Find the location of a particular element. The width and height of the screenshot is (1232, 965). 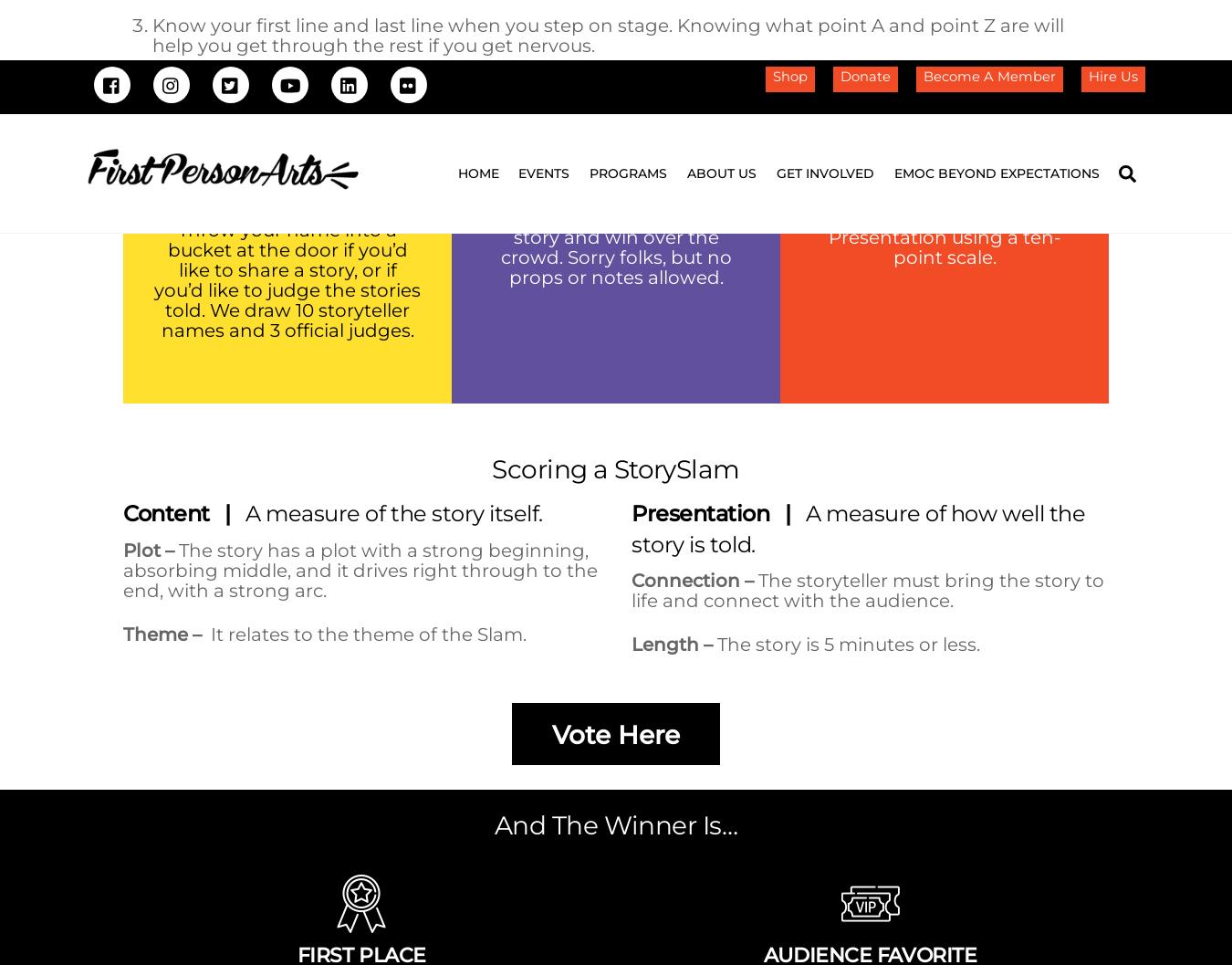

'First Person Arts is a registered 501(c)(3) non-profit organization and as such is eligible to receive tax-deductible donations and corporate matching gifts. Our registered' is located at coordinates (615, 602).